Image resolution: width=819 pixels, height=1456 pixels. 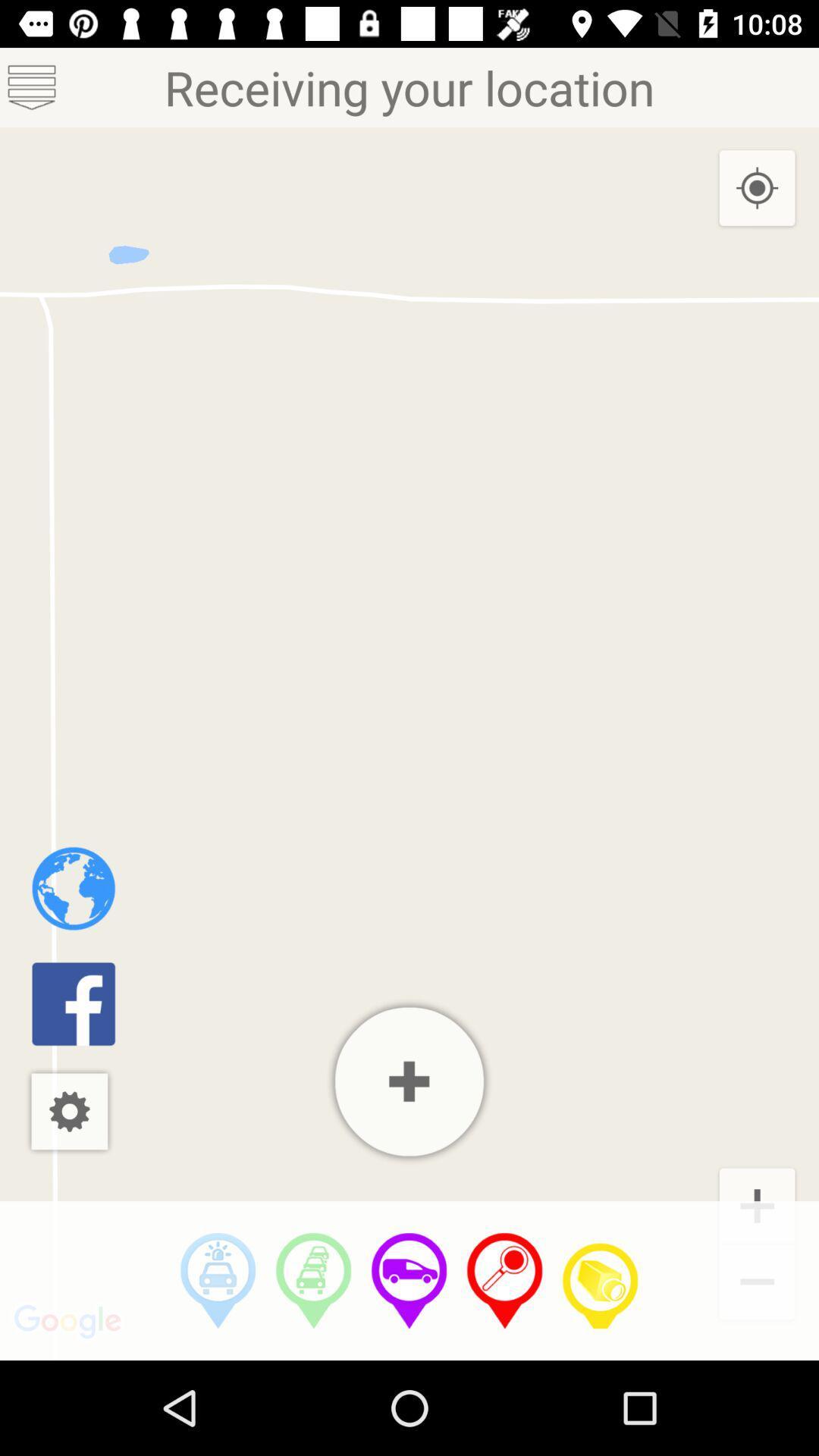 What do you see at coordinates (74, 888) in the screenshot?
I see `the globe icon` at bounding box center [74, 888].